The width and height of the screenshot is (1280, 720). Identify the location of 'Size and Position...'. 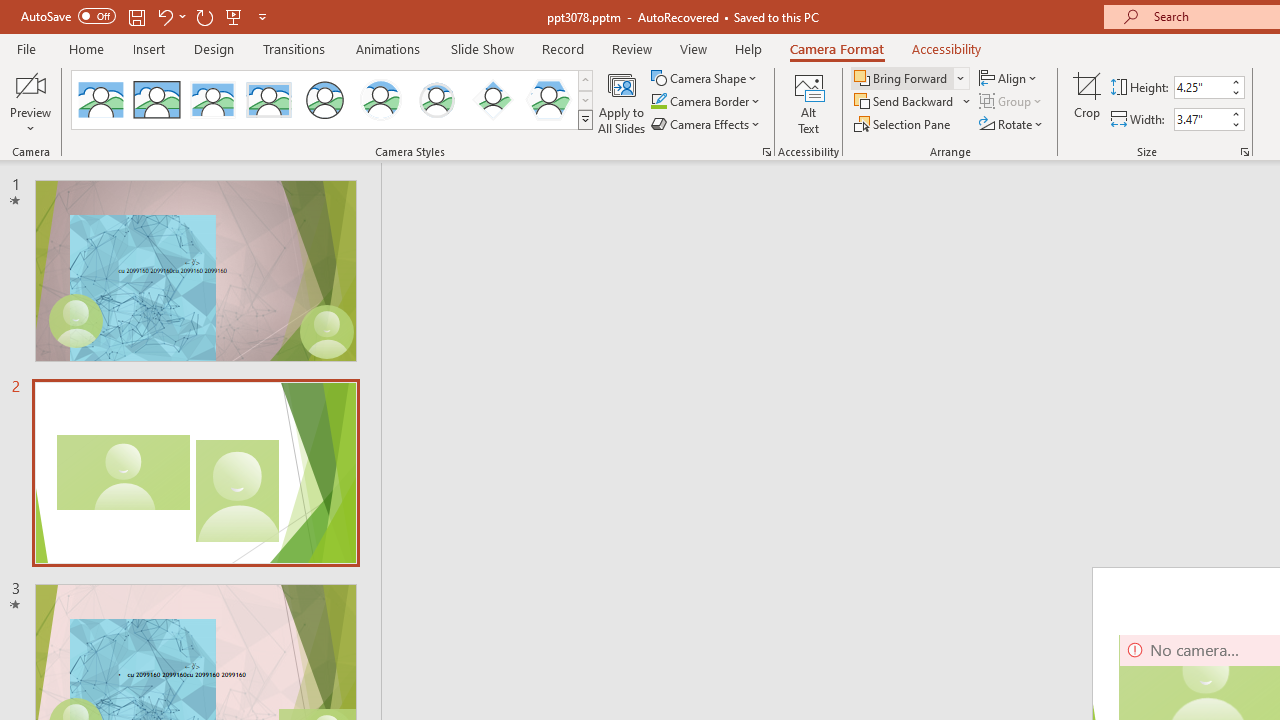
(1243, 150).